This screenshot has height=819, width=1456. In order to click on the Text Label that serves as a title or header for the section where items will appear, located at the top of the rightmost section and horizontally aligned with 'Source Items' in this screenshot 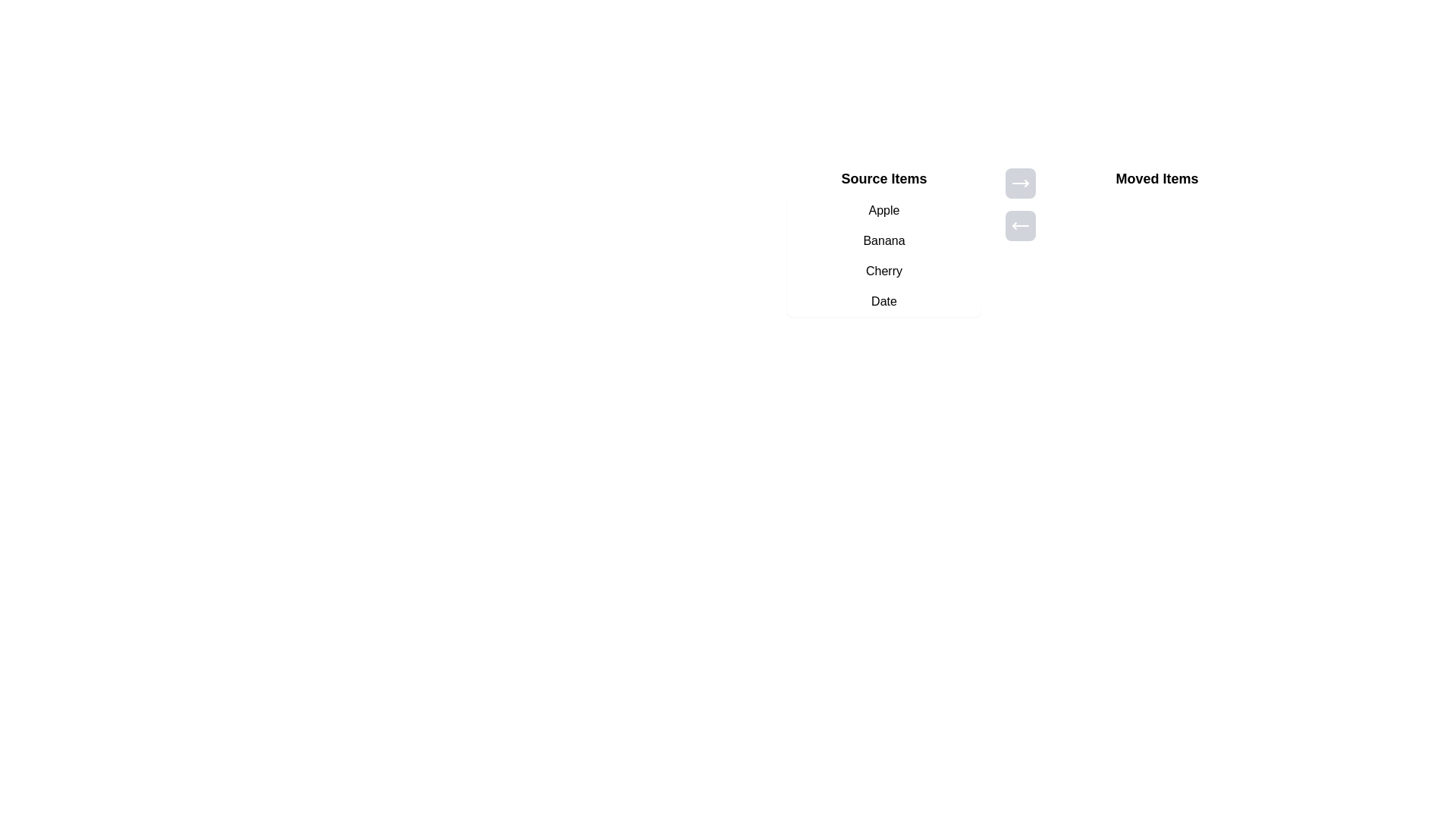, I will do `click(1156, 180)`.